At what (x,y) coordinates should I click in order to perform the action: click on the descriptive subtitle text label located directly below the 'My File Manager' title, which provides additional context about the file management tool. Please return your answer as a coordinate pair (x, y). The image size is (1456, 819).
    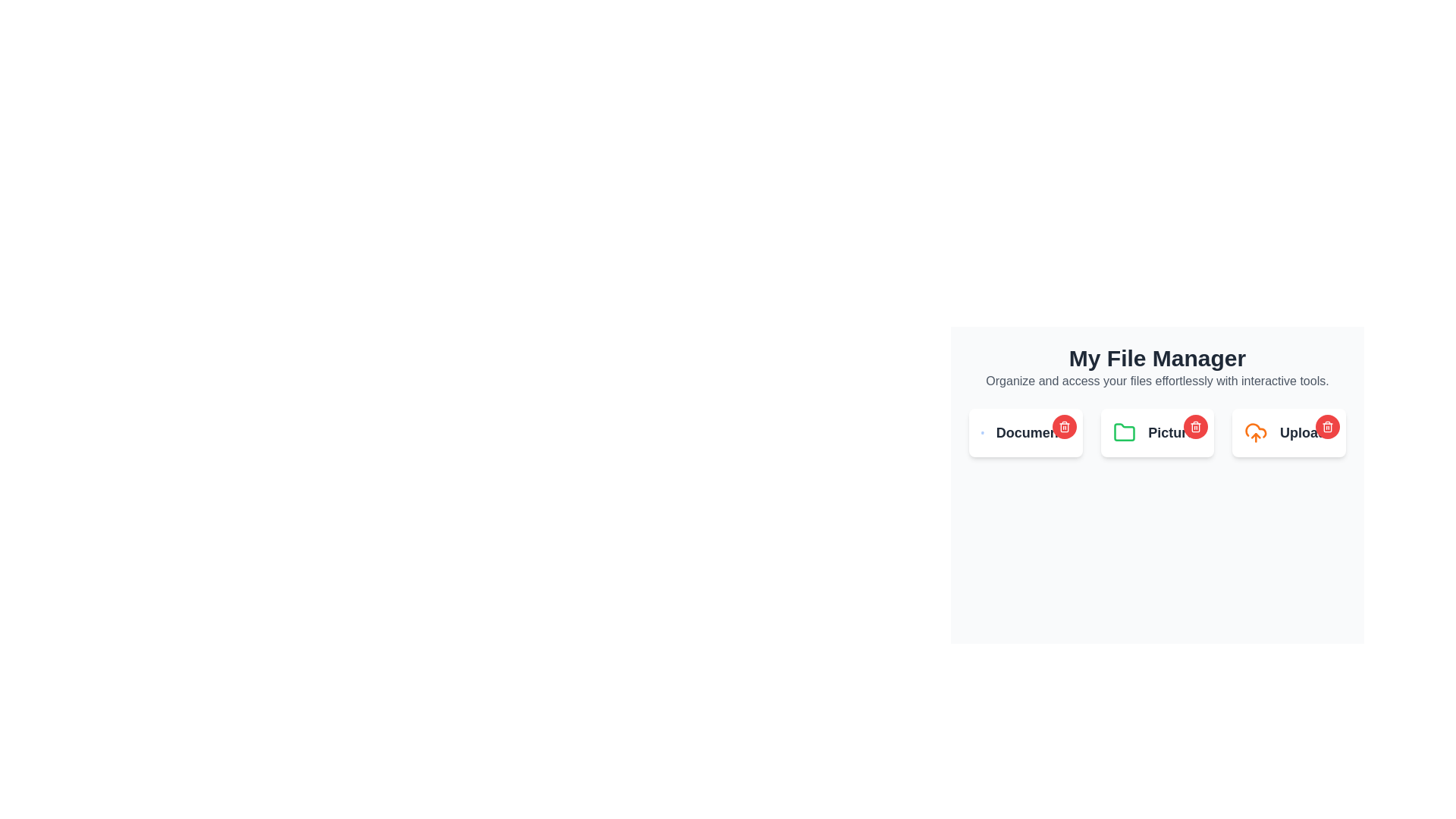
    Looking at the image, I should click on (1156, 380).